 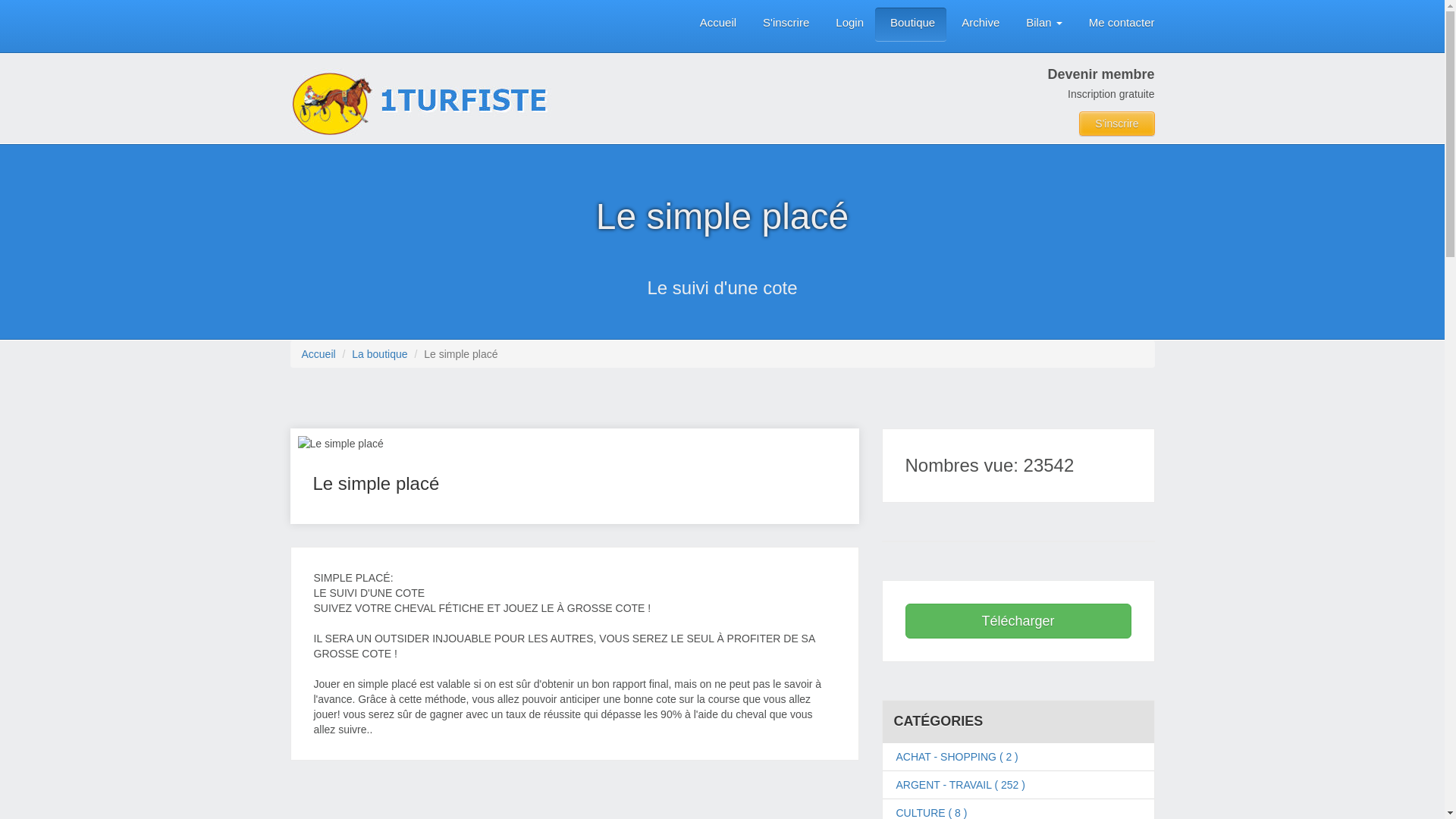 What do you see at coordinates (1073, 24) in the screenshot?
I see `'Me contacter'` at bounding box center [1073, 24].